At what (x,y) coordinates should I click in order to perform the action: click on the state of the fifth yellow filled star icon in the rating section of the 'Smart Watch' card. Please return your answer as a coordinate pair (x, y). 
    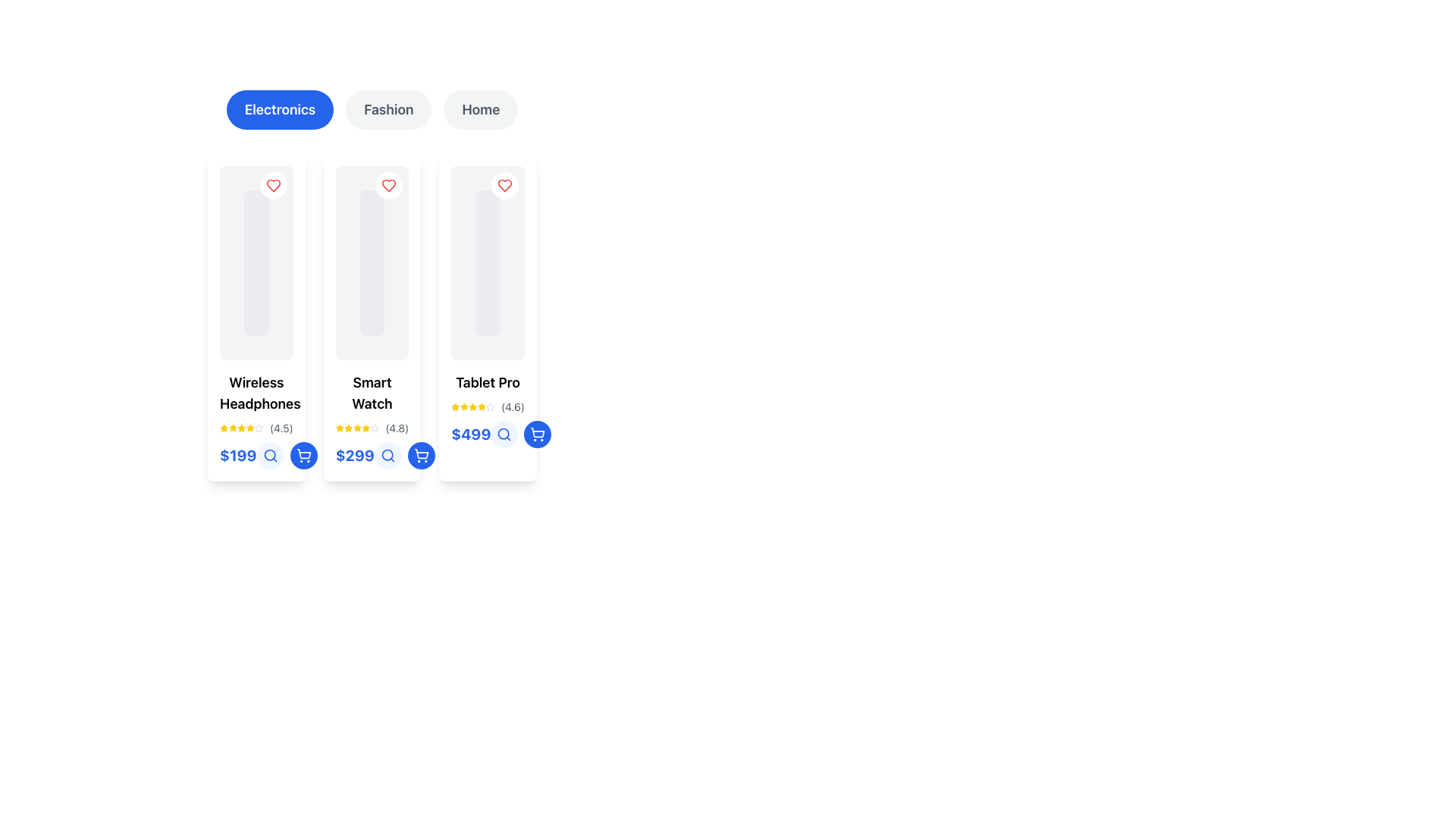
    Looking at the image, I should click on (366, 428).